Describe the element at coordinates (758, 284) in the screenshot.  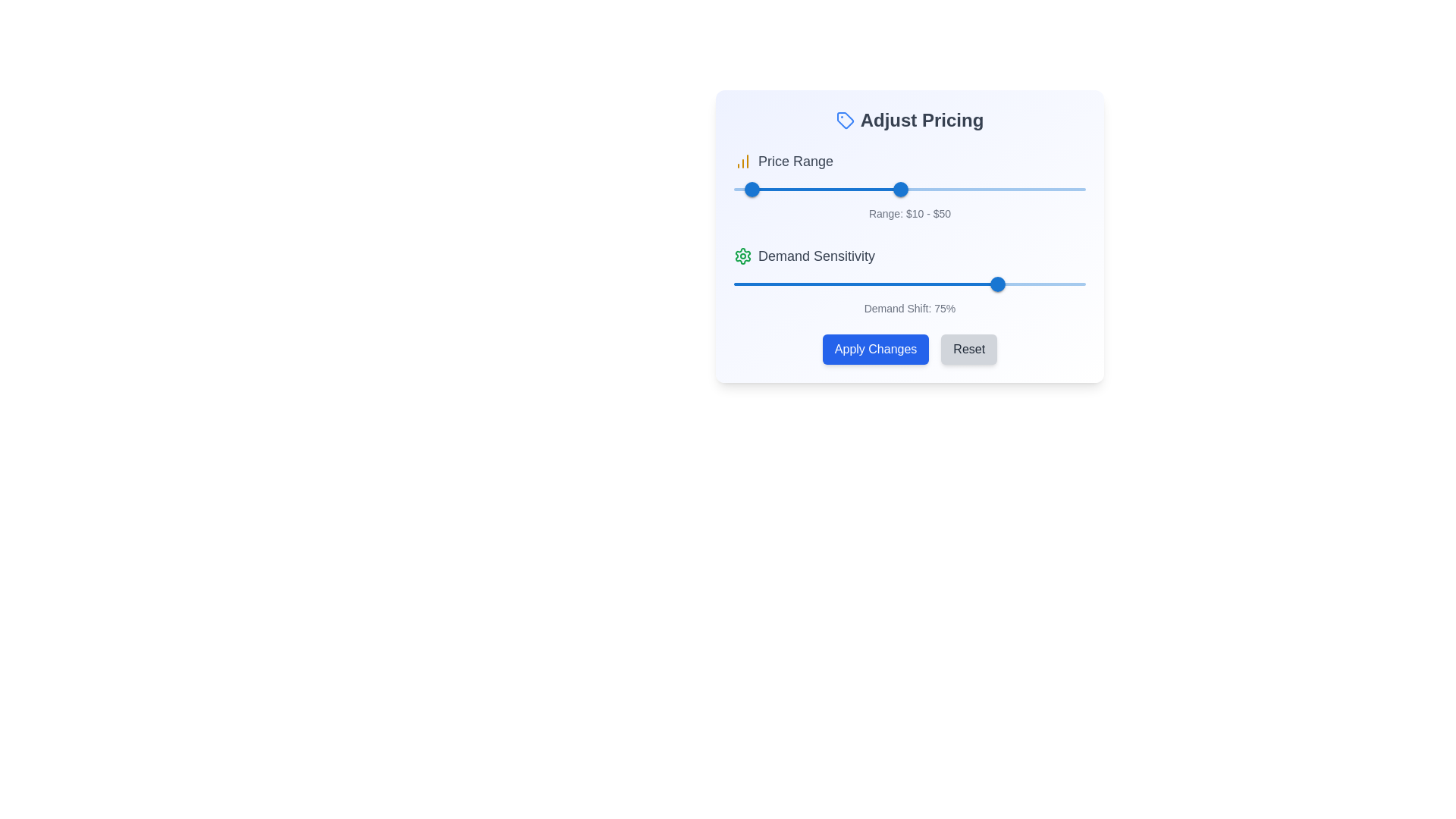
I see `Demand Sensitivity` at that location.